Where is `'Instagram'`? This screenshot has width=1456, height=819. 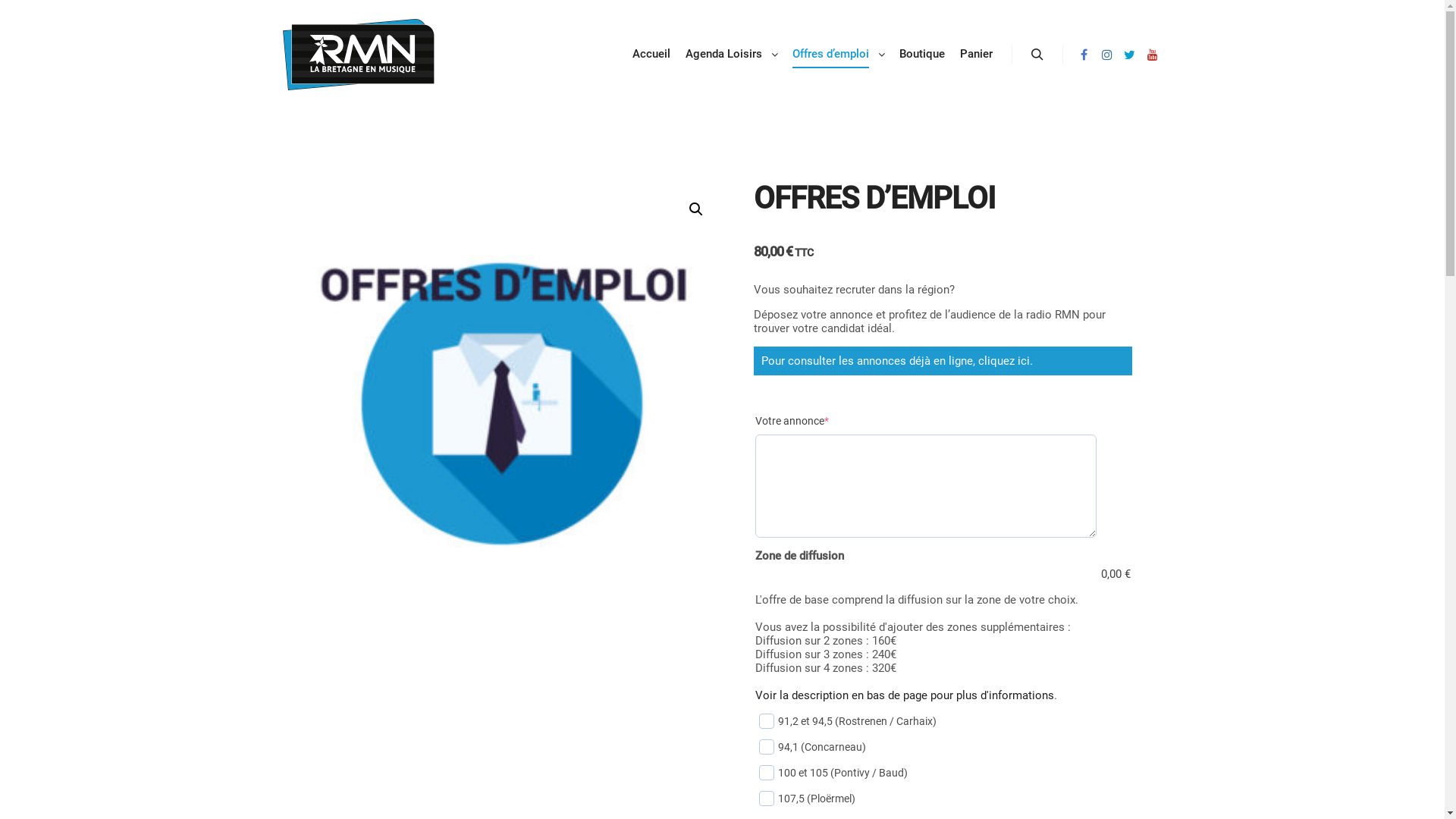 'Instagram' is located at coordinates (1106, 54).